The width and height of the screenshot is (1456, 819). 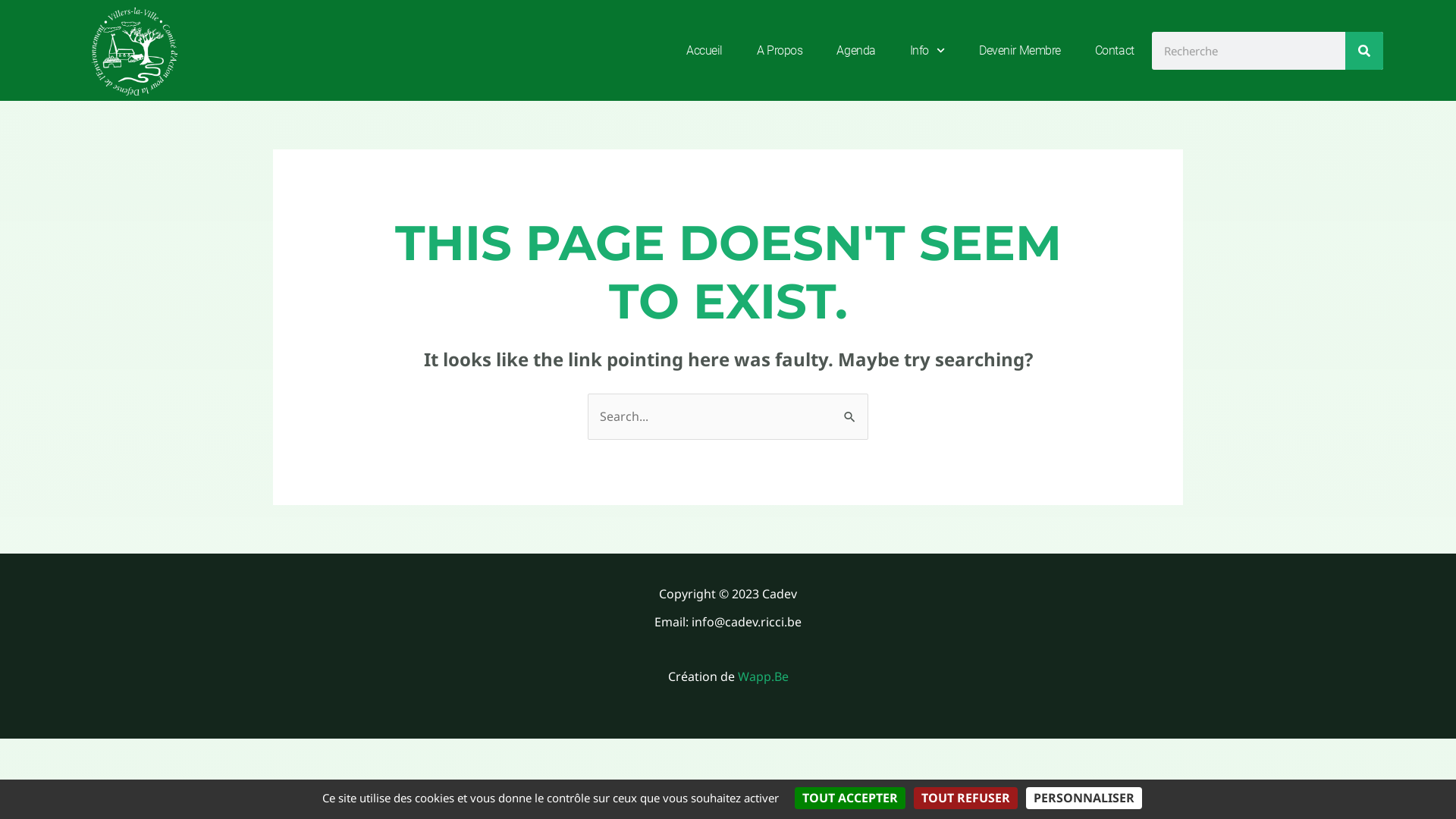 What do you see at coordinates (927, 49) in the screenshot?
I see `'Info'` at bounding box center [927, 49].